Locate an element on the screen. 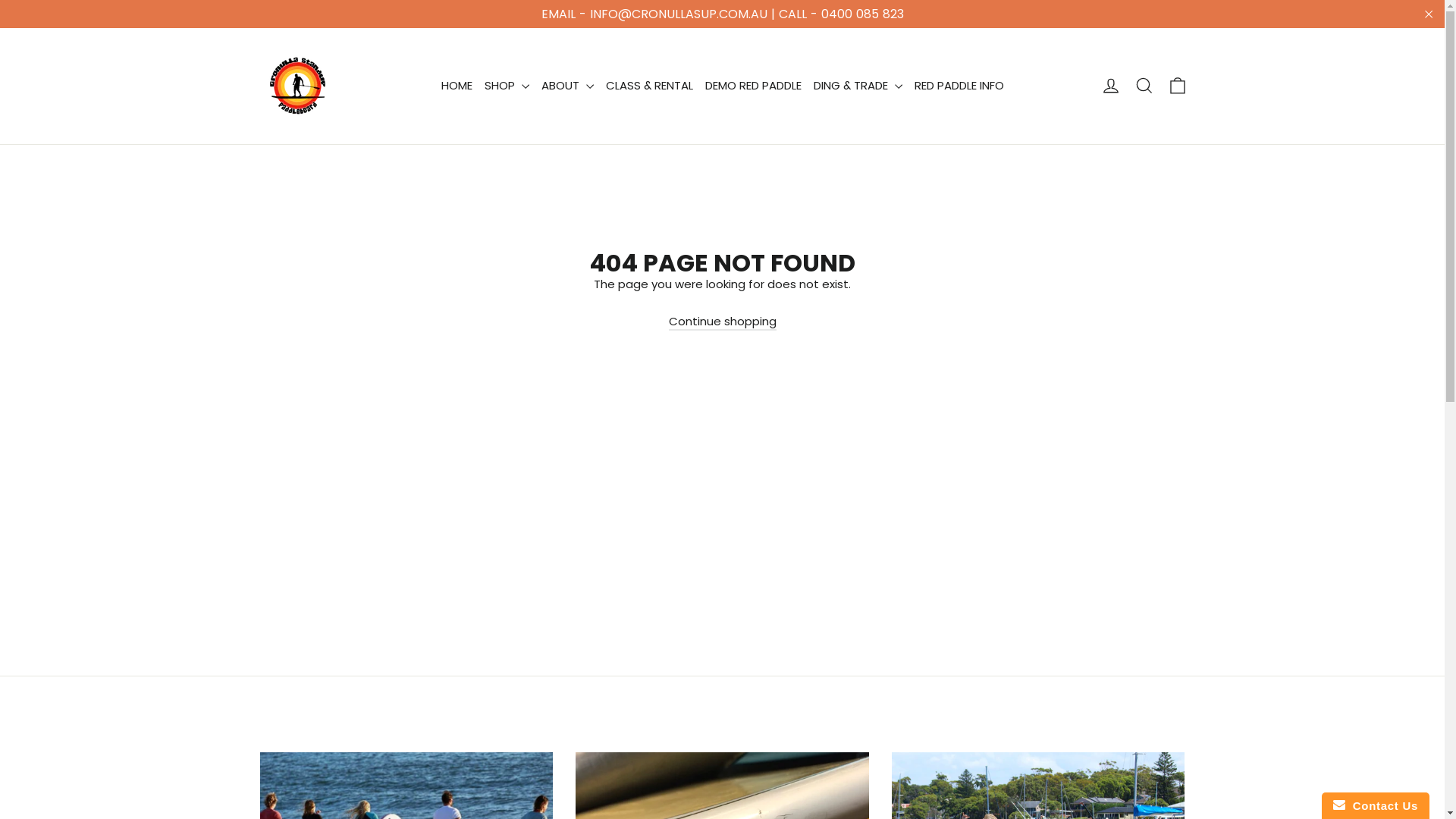 This screenshot has width=1456, height=819. 'Cart' is located at coordinates (1175, 85).